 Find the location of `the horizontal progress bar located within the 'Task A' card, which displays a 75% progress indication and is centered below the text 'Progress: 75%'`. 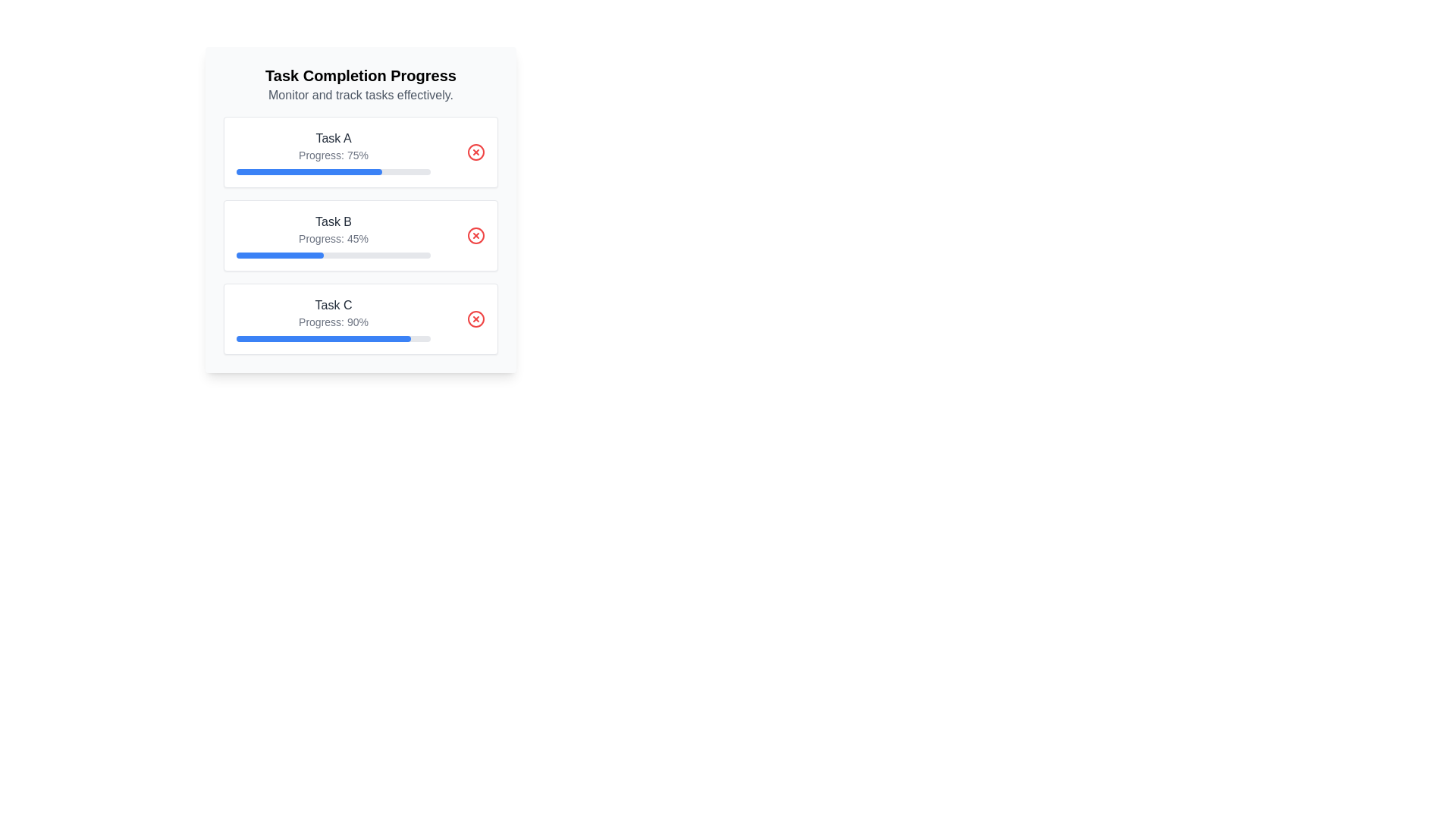

the horizontal progress bar located within the 'Task A' card, which displays a 75% progress indication and is centered below the text 'Progress: 75%' is located at coordinates (333, 171).